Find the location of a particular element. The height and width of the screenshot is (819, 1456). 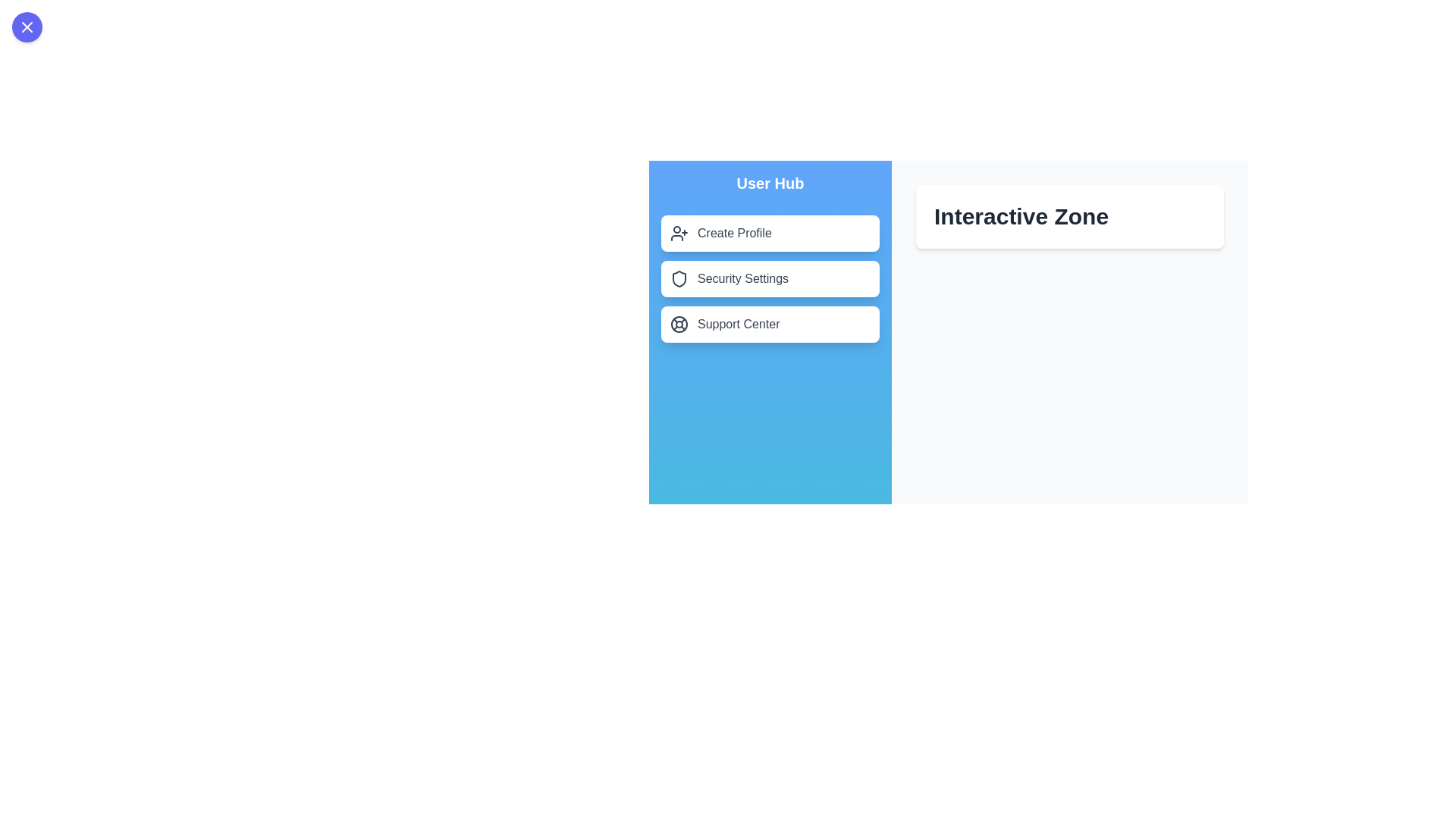

the menu item labeled 'Support Center' to observe its hover effect is located at coordinates (770, 324).